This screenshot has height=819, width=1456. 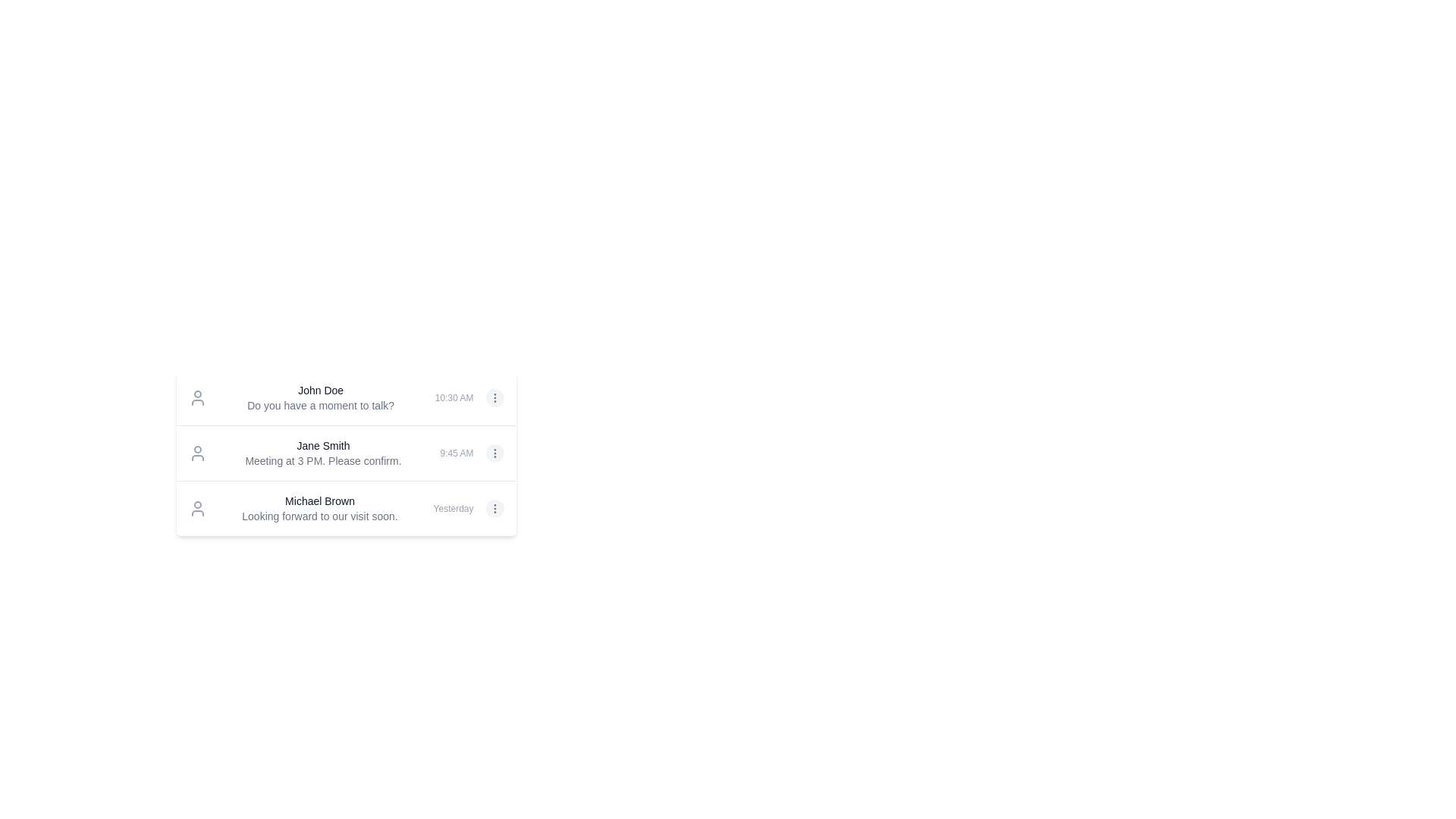 I want to click on the text element that serves as a message preview, located directly below 'Jane Smith' in the list-style layout, so click(x=322, y=460).